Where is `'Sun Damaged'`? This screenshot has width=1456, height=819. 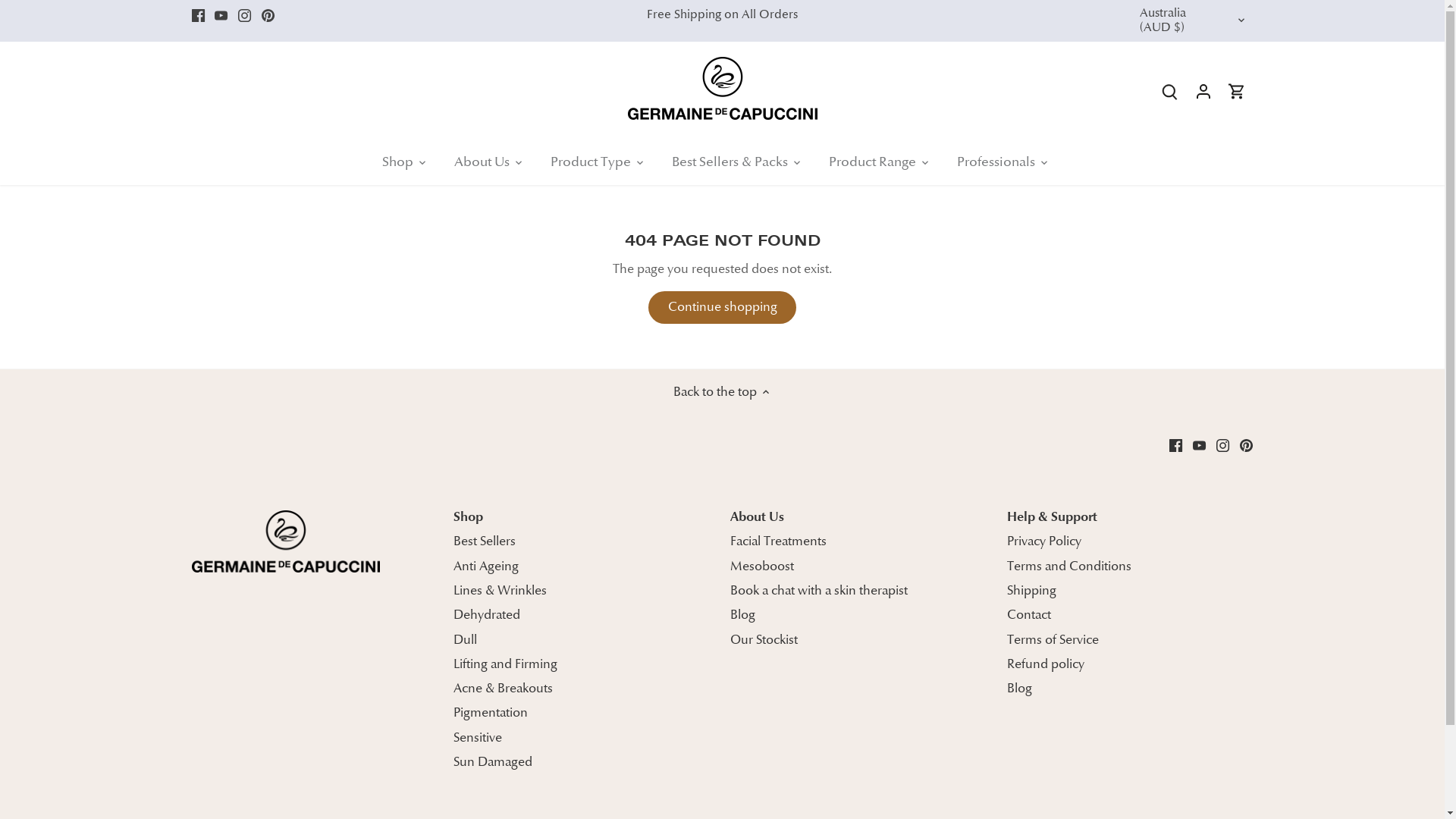
'Sun Damaged' is located at coordinates (492, 762).